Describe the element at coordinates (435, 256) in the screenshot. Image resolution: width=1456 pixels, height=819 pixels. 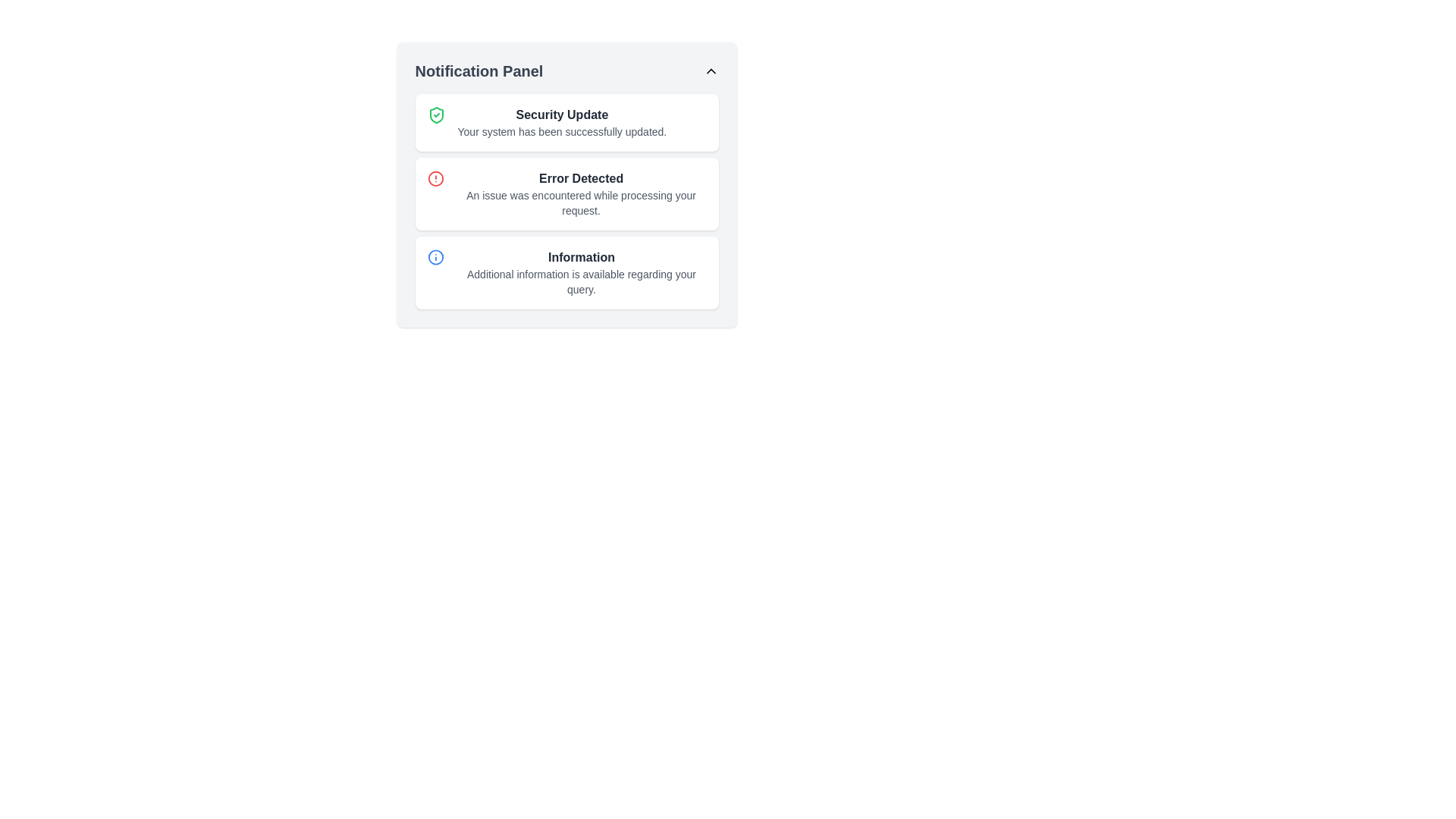
I see `the prominent circular Decorative icon with a blue border located to the left of the text in the 'Information' section of the notification panel` at that location.